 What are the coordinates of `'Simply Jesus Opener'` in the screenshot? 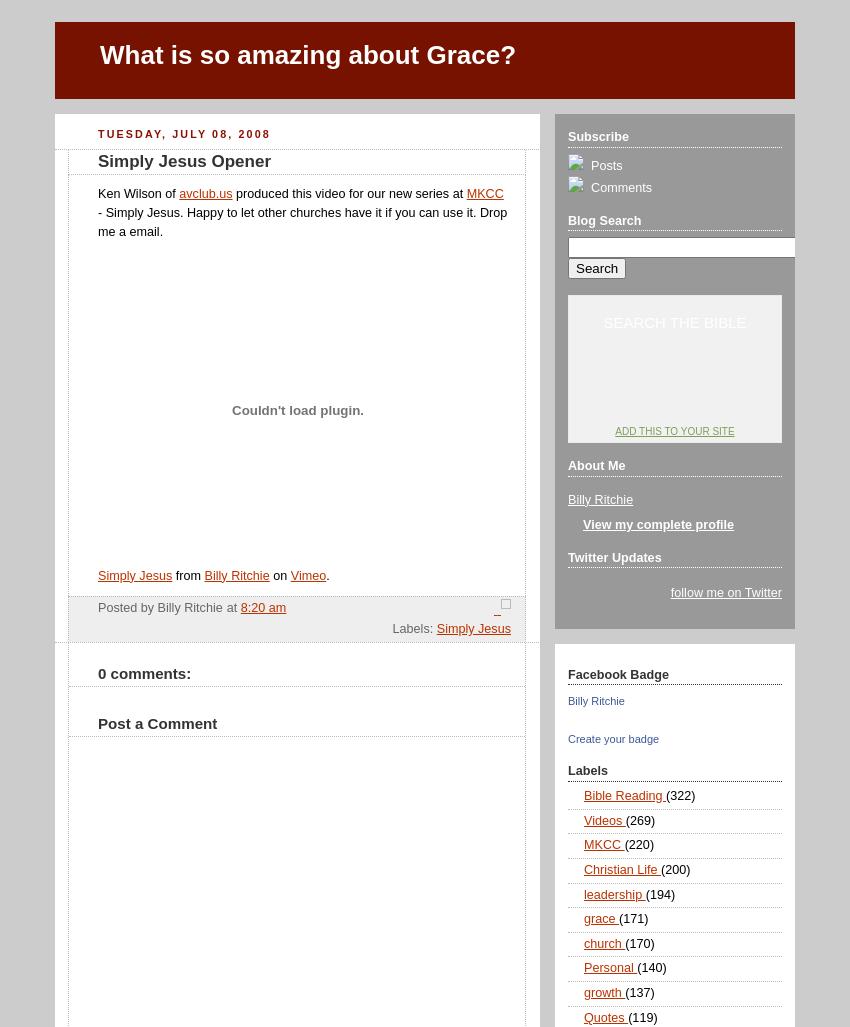 It's located at (183, 161).